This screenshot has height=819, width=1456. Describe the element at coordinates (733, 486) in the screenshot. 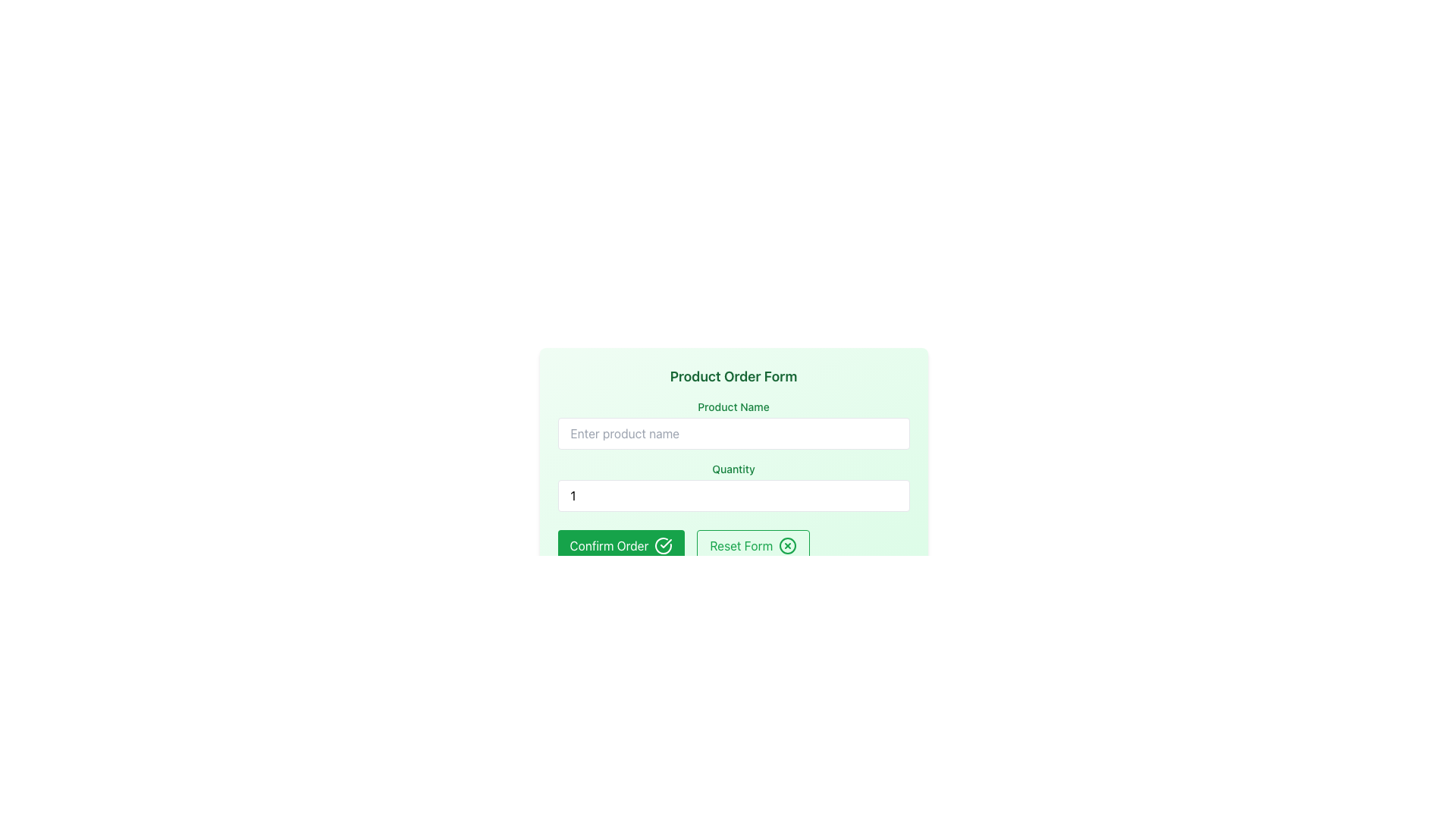

I see `the 'Quantity' input field, which is the second input field below the 'Product Name' field, to focus on it` at that location.